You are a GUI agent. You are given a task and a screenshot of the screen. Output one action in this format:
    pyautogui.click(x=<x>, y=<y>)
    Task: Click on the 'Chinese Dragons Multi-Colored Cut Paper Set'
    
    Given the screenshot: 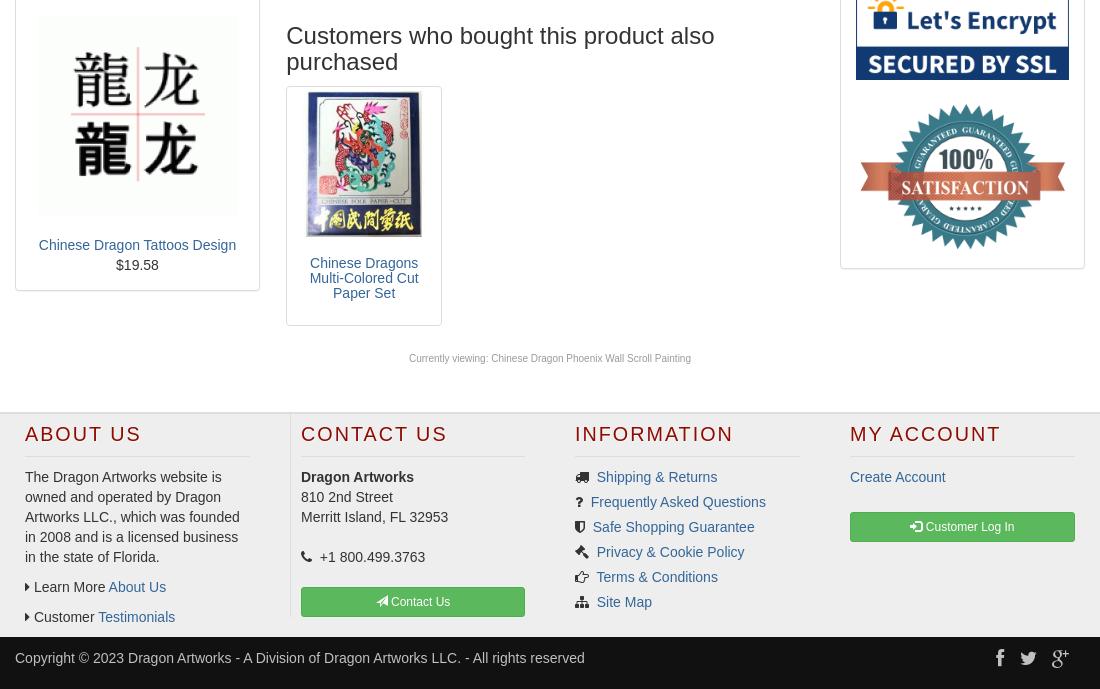 What is the action you would take?
    pyautogui.click(x=363, y=277)
    